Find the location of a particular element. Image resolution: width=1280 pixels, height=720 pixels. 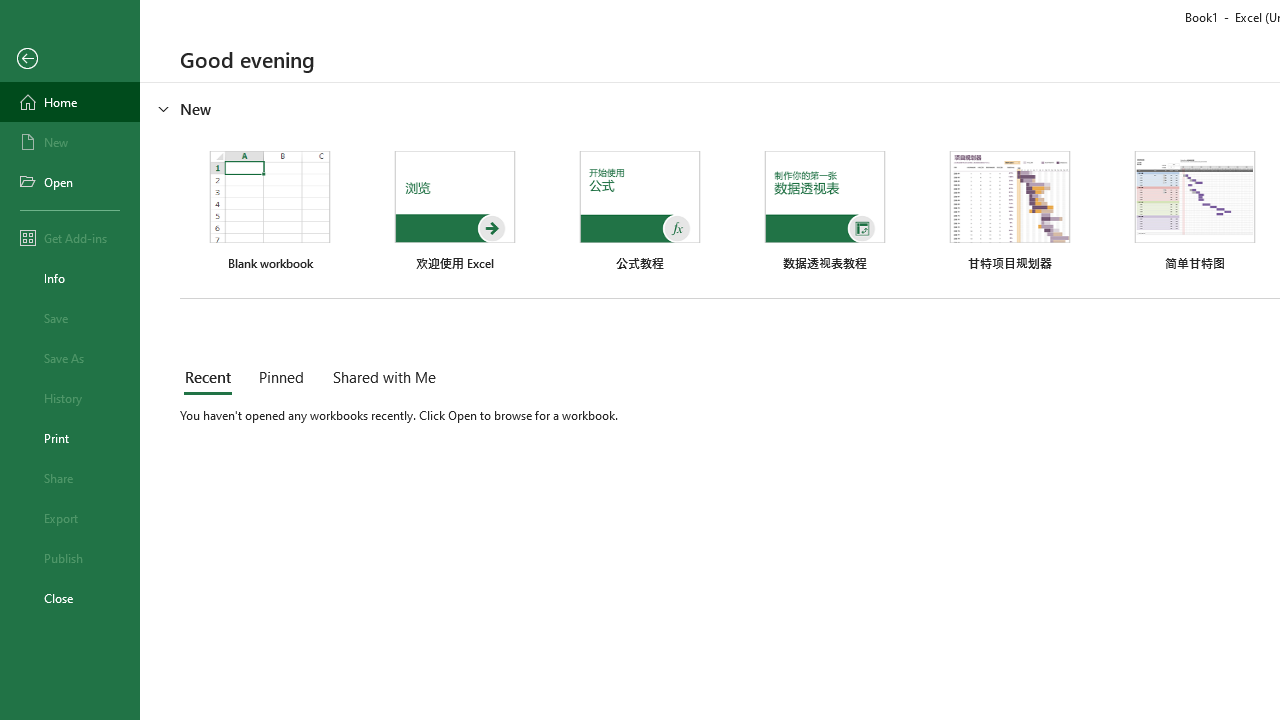

'Save As' is located at coordinates (69, 356).